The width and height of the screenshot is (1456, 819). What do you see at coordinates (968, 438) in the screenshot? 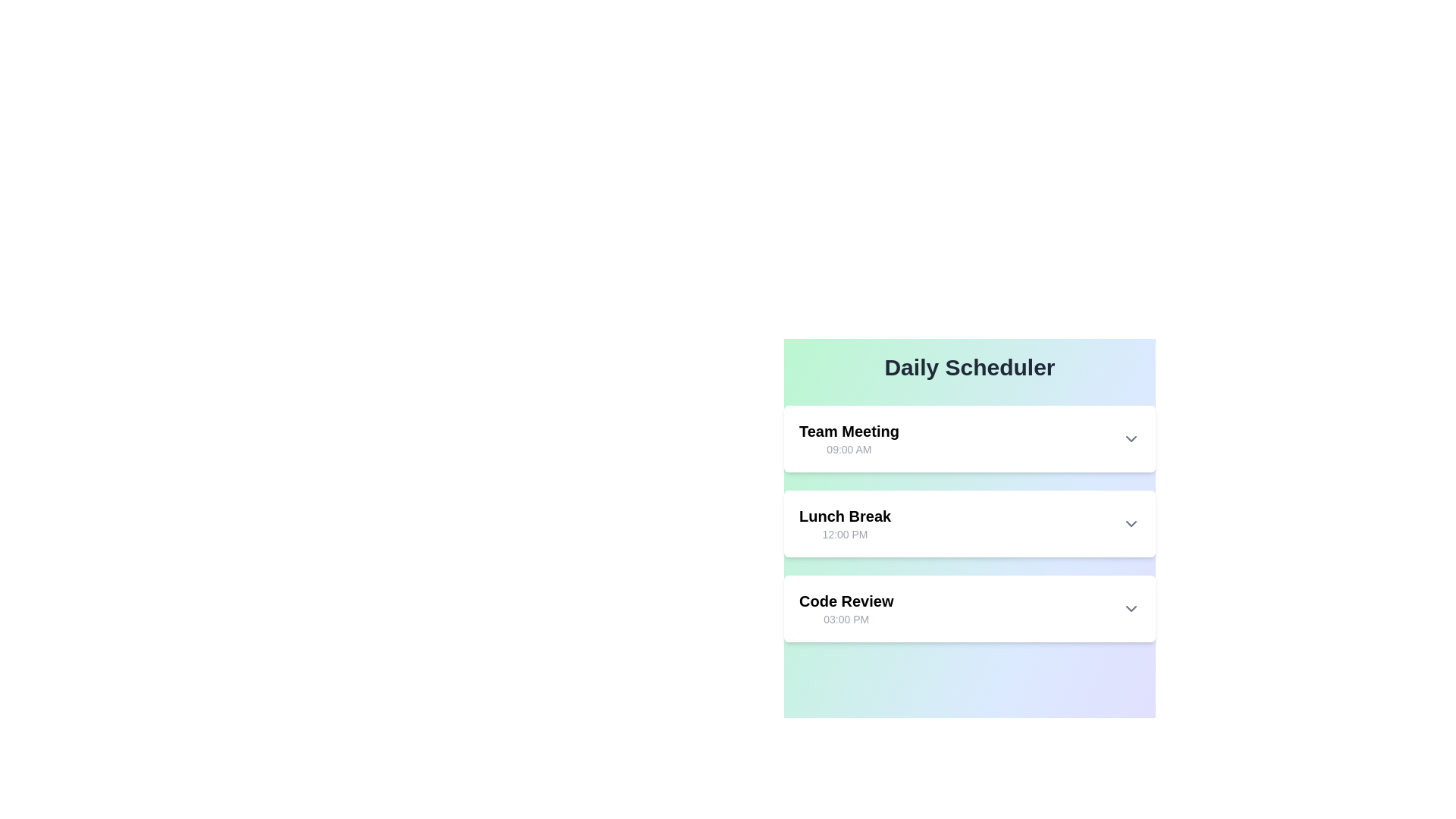
I see `the 'Team Meeting' scheduled event` at bounding box center [968, 438].